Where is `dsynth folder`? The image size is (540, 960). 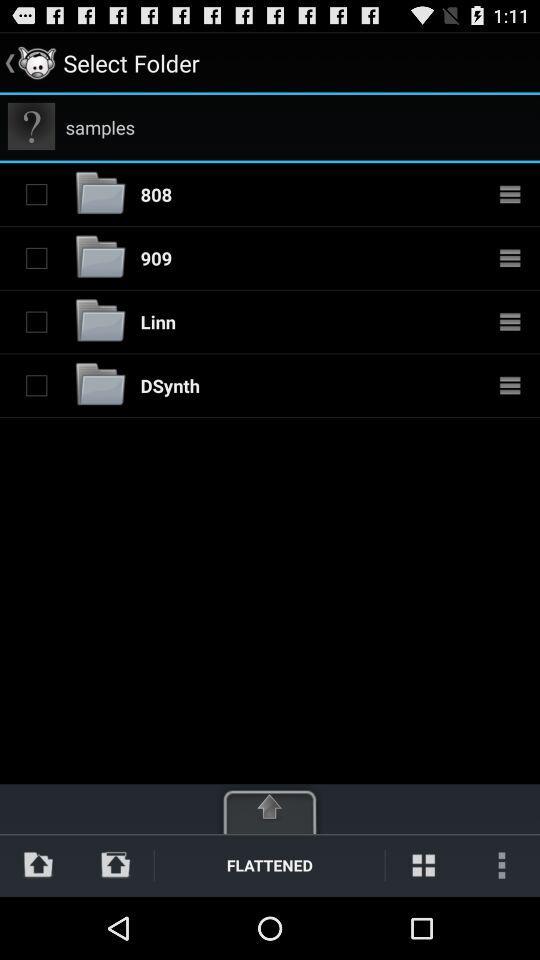
dsynth folder is located at coordinates (100, 384).